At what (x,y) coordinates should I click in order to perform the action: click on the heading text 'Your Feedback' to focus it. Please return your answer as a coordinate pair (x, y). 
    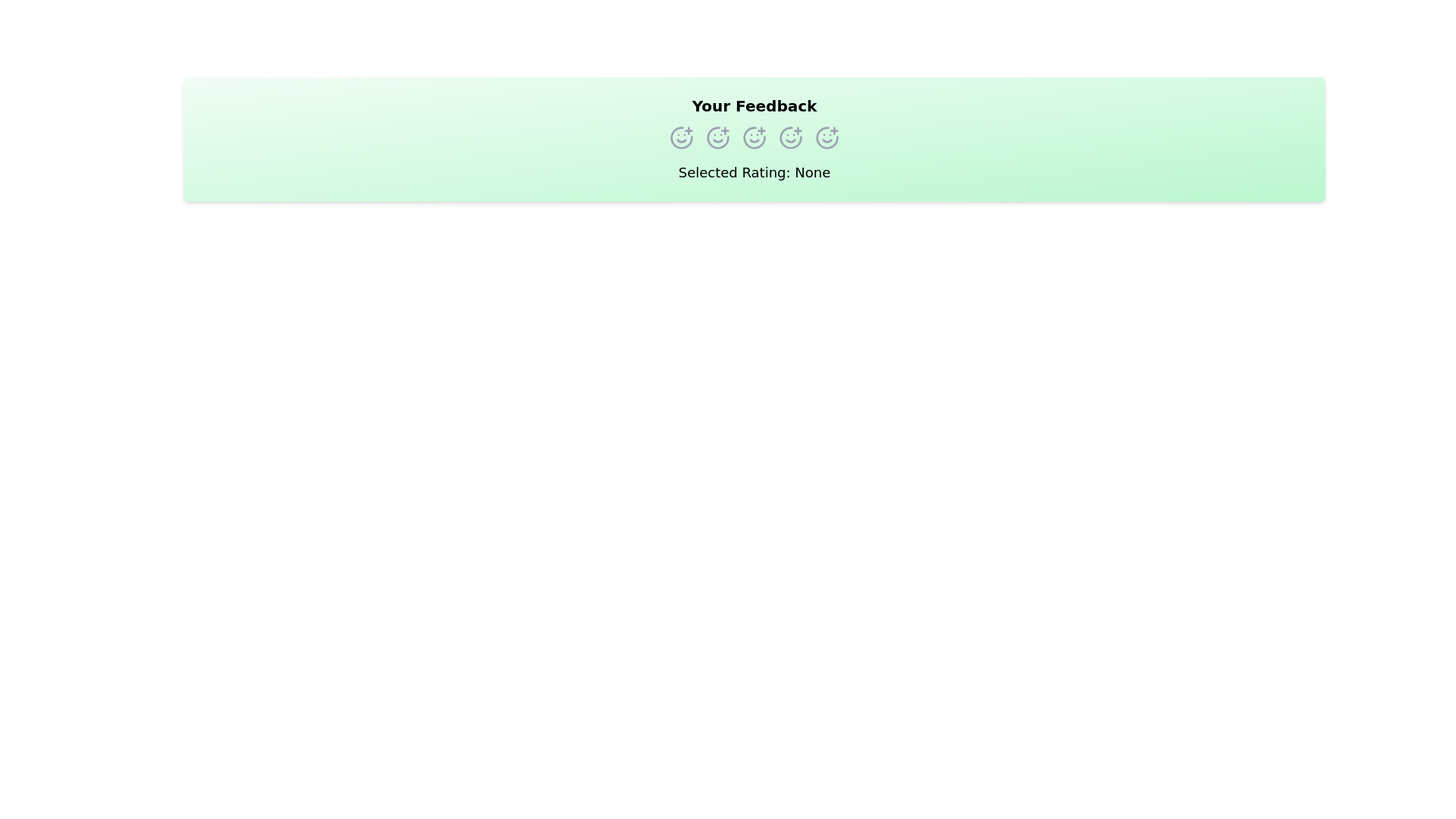
    Looking at the image, I should click on (754, 105).